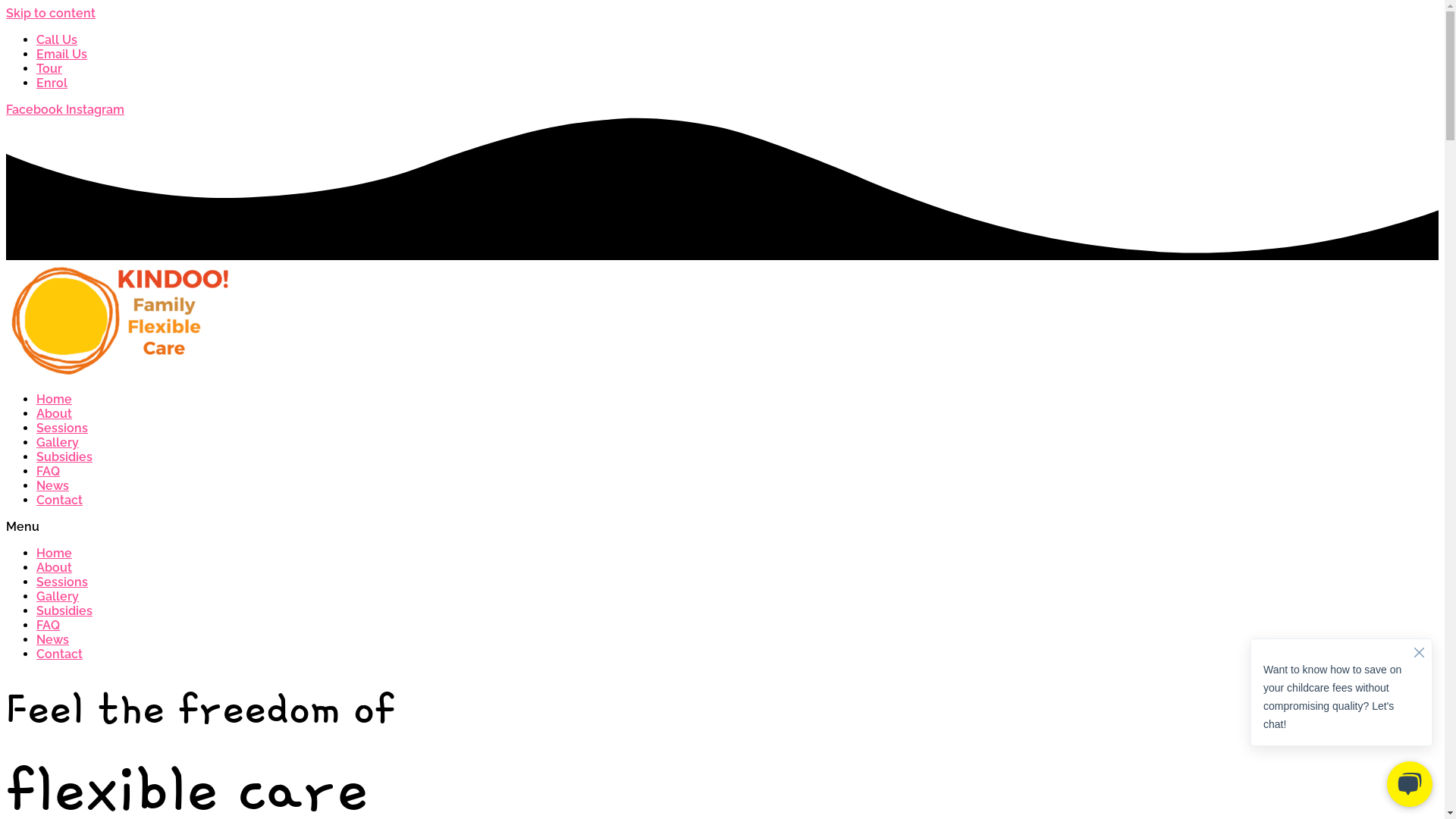 The image size is (1456, 819). What do you see at coordinates (48, 625) in the screenshot?
I see `'FAQ'` at bounding box center [48, 625].